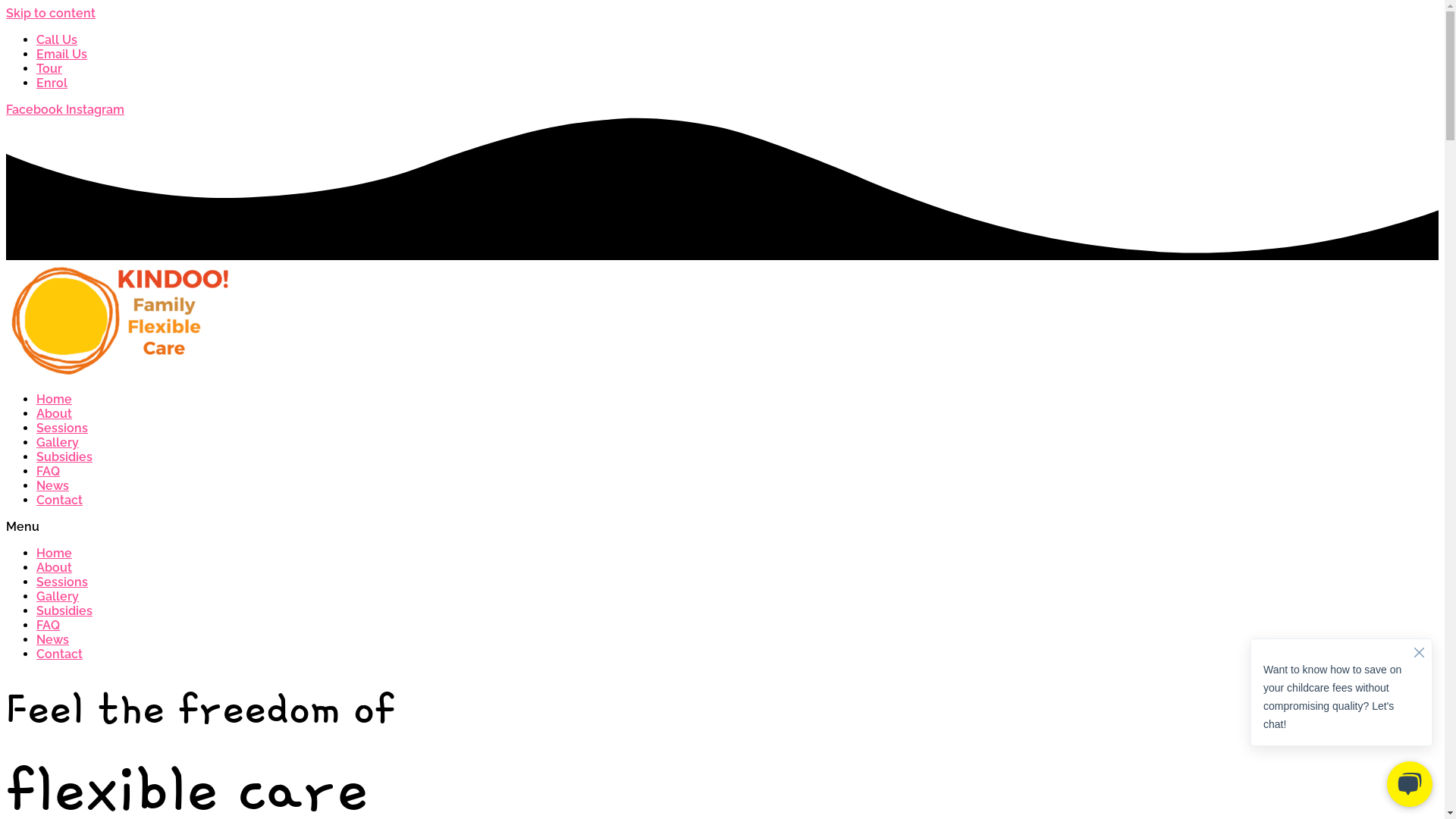 The image size is (1456, 819). What do you see at coordinates (48, 625) in the screenshot?
I see `'FAQ'` at bounding box center [48, 625].